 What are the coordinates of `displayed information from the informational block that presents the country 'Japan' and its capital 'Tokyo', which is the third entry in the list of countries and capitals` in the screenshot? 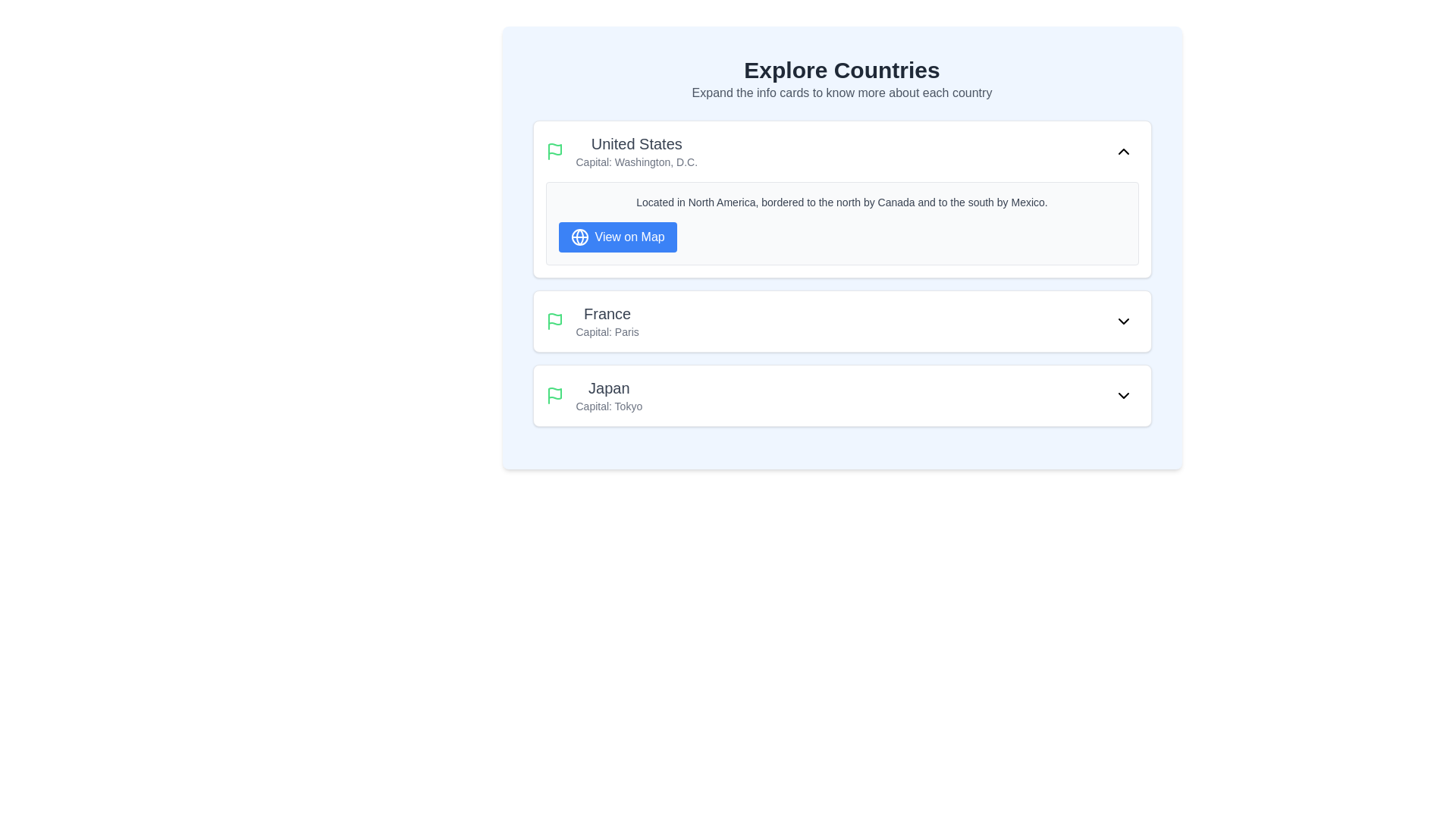 It's located at (593, 394).